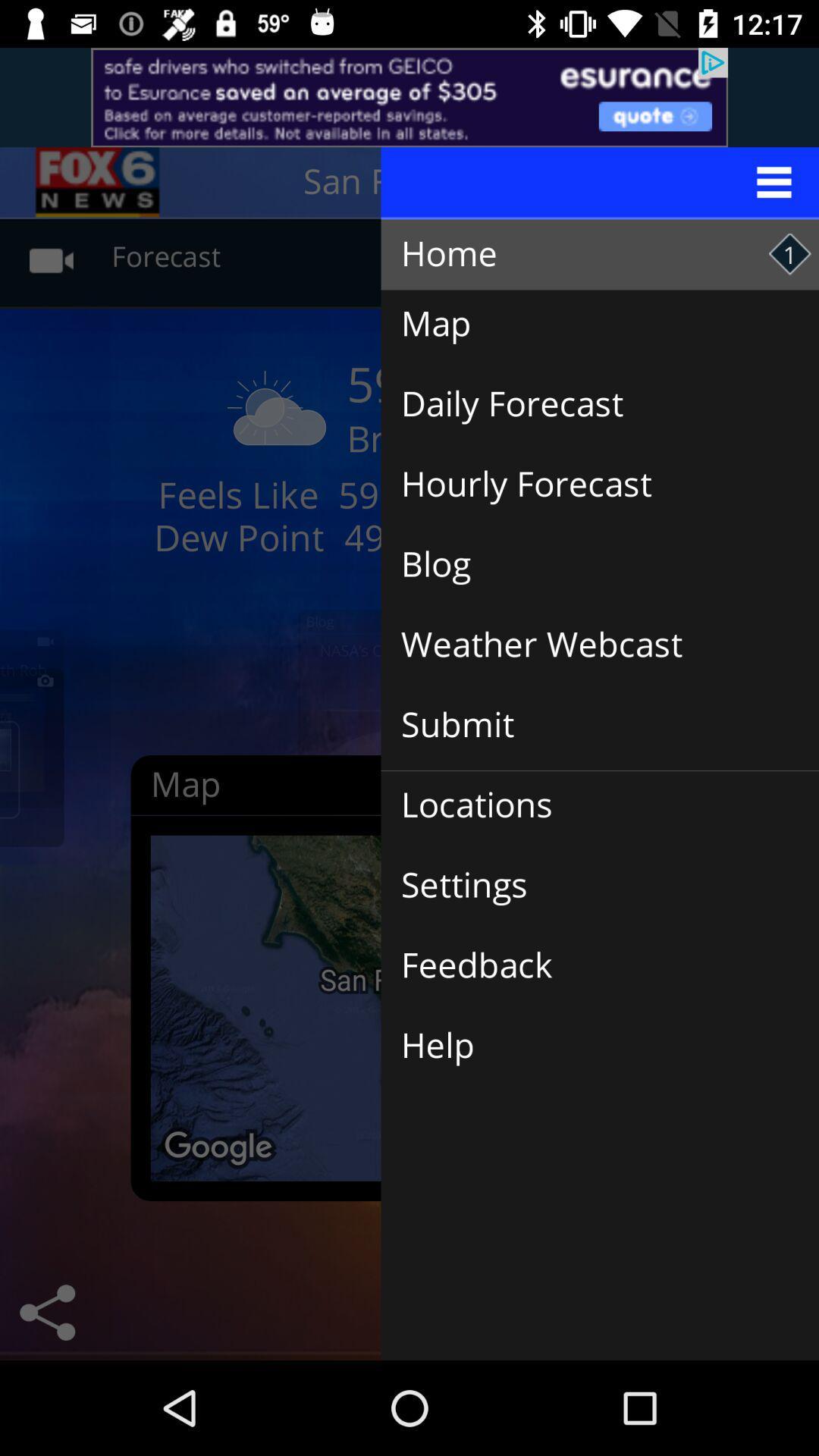 The height and width of the screenshot is (1456, 819). What do you see at coordinates (46, 1312) in the screenshot?
I see `the share icon` at bounding box center [46, 1312].